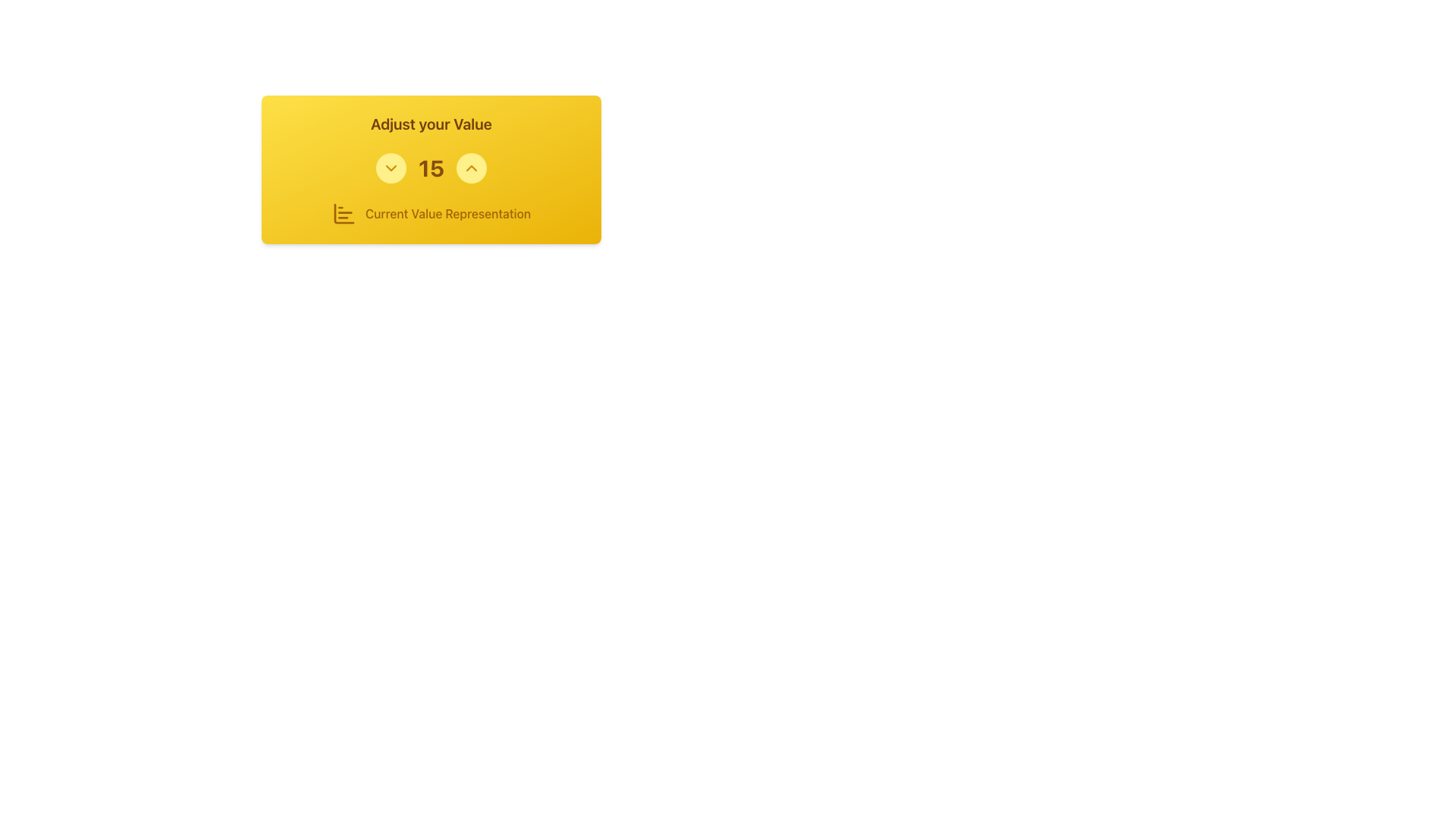 This screenshot has height=819, width=1456. What do you see at coordinates (430, 168) in the screenshot?
I see `the main numerical text display showing '15' in bold dark yellow against a yellow background, centrally placed among sibling elements in the user interface` at bounding box center [430, 168].